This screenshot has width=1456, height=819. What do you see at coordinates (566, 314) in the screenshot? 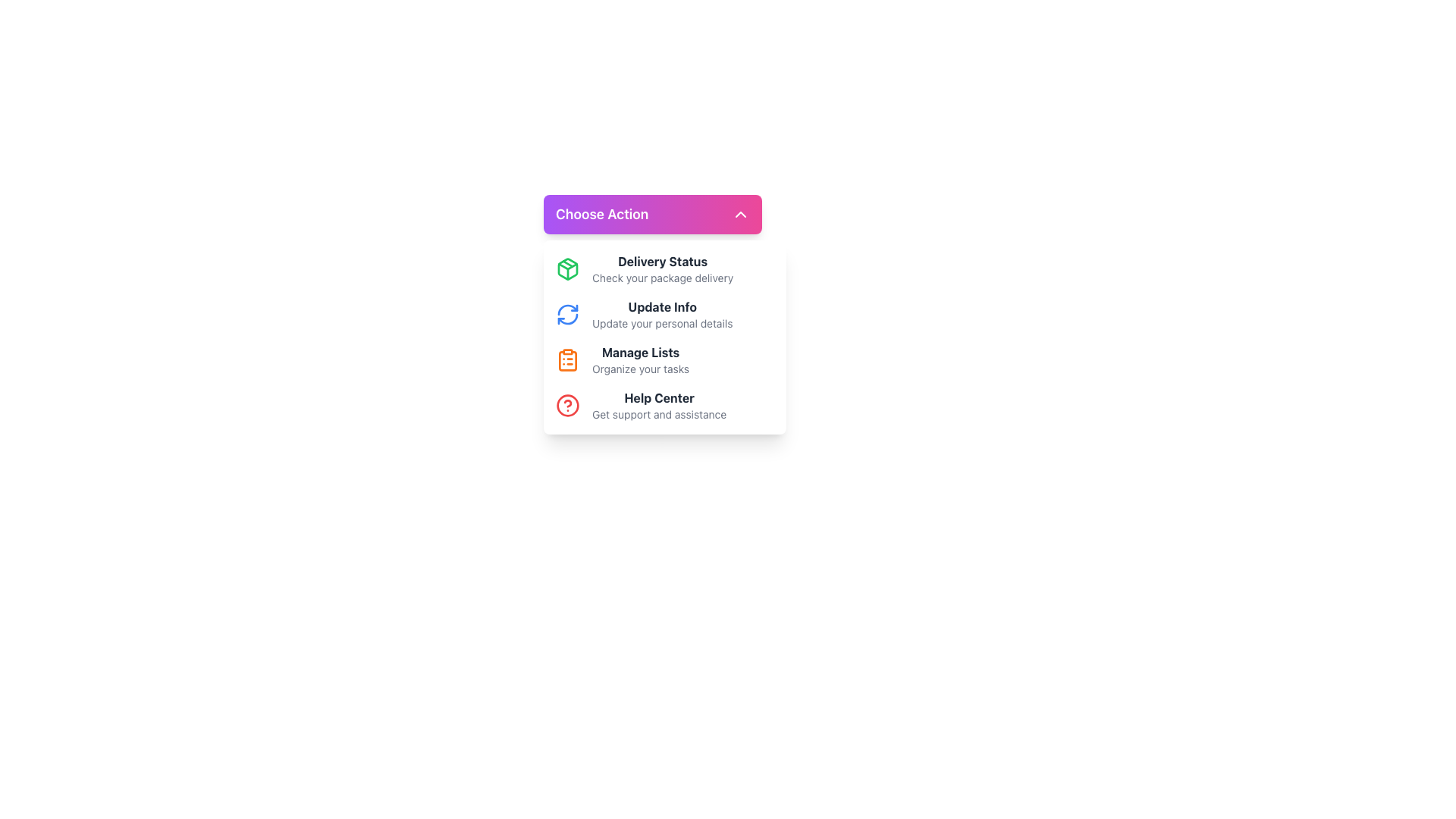
I see `the 'Update Info' graphical icon located in the second row of the dropdown menu to initiate interaction` at bounding box center [566, 314].